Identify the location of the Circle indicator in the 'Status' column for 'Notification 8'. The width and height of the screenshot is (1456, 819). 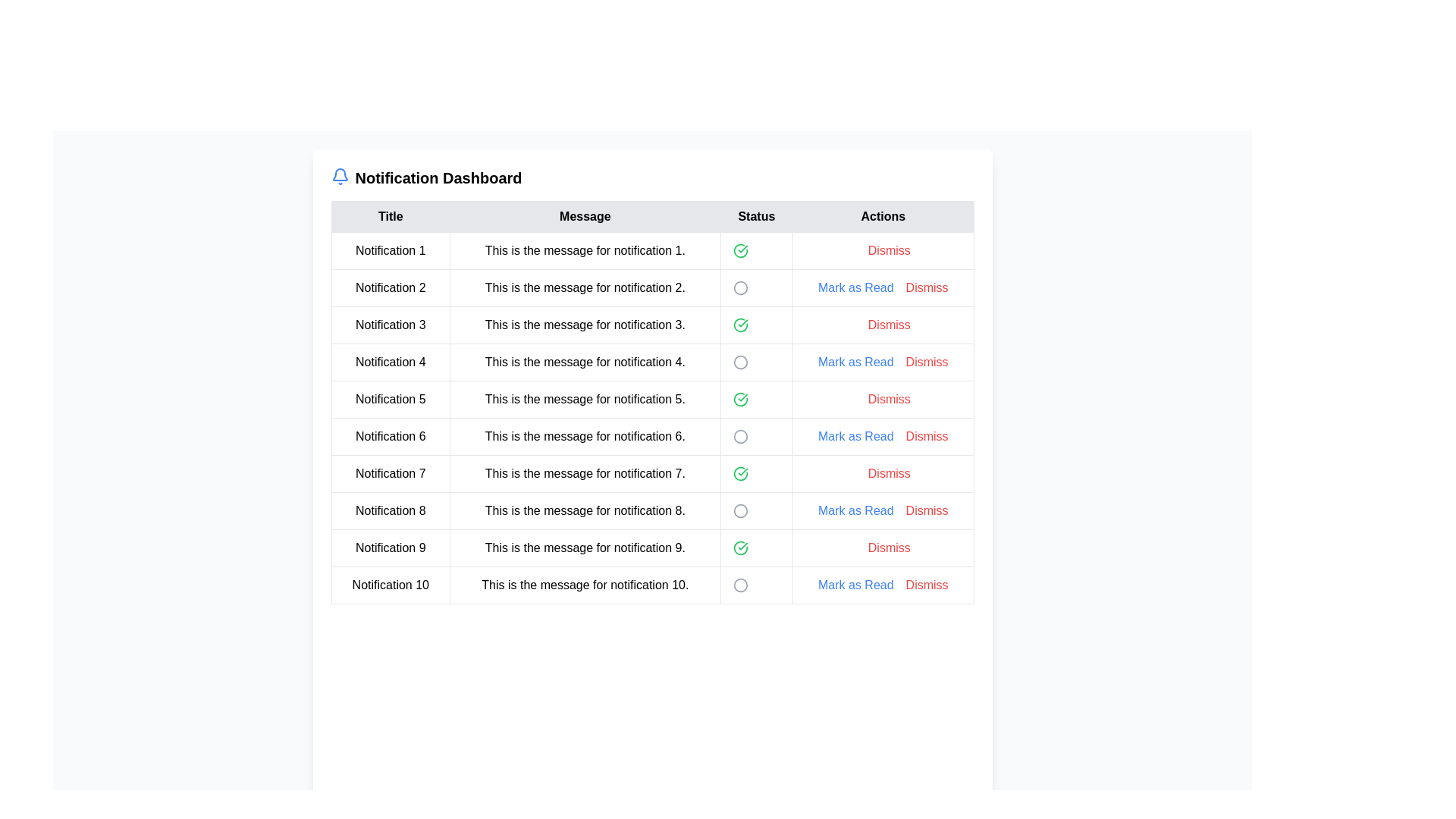
(740, 511).